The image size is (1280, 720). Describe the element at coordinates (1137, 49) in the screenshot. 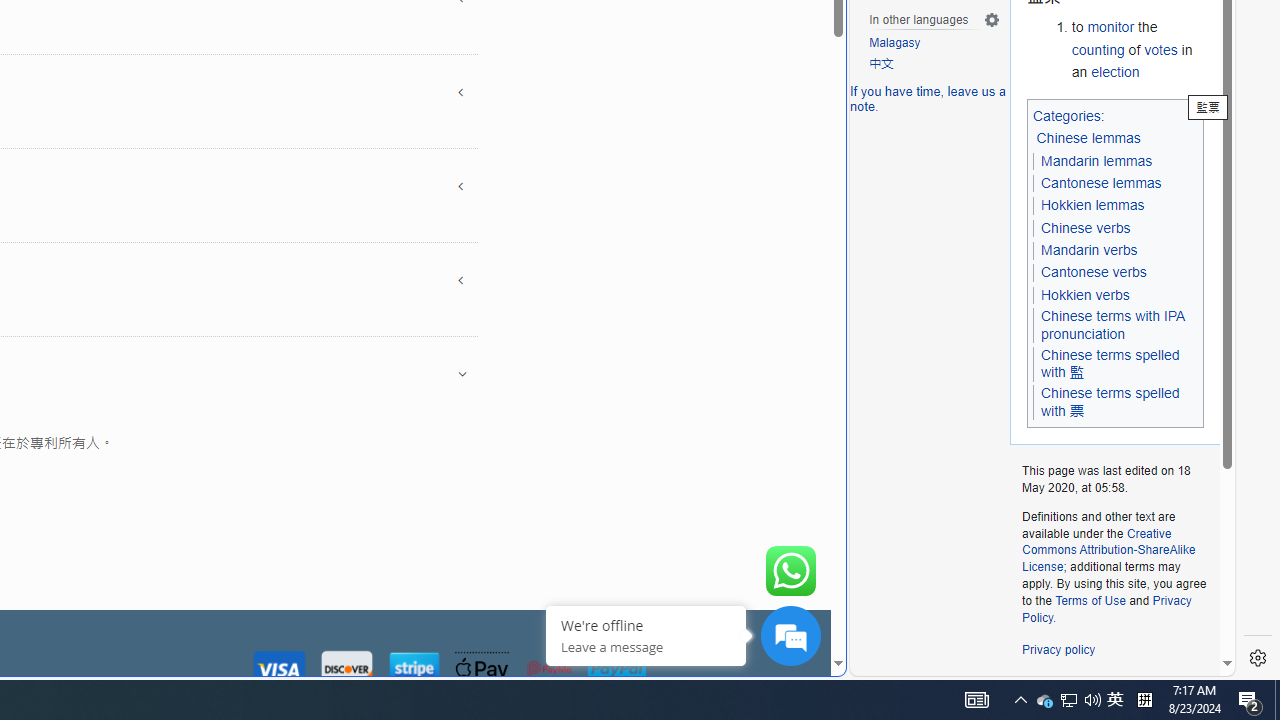

I see `'to monitor the counting of votes in an election'` at that location.